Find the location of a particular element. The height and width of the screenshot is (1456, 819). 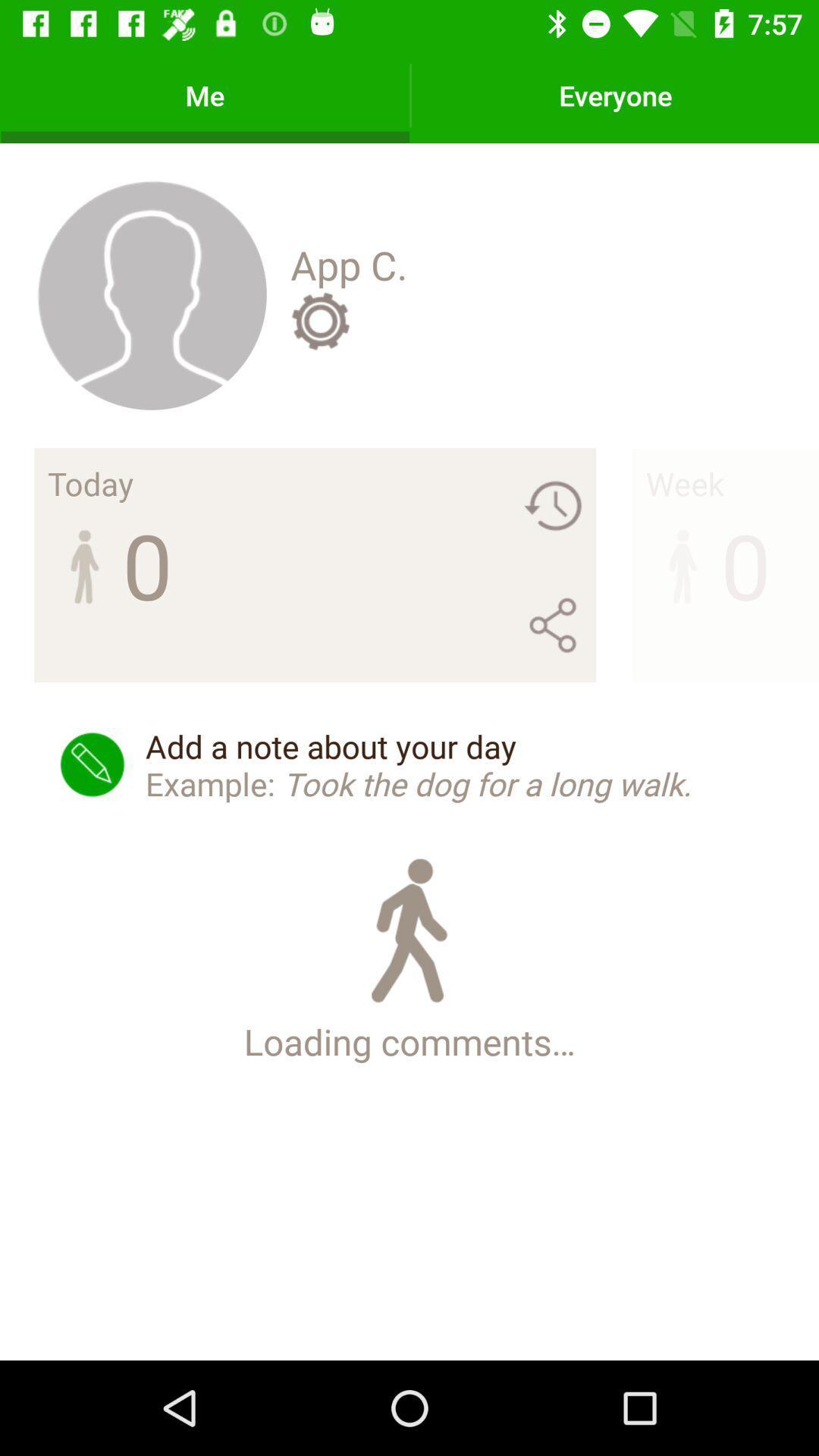

icon below everyone icon is located at coordinates (685, 482).